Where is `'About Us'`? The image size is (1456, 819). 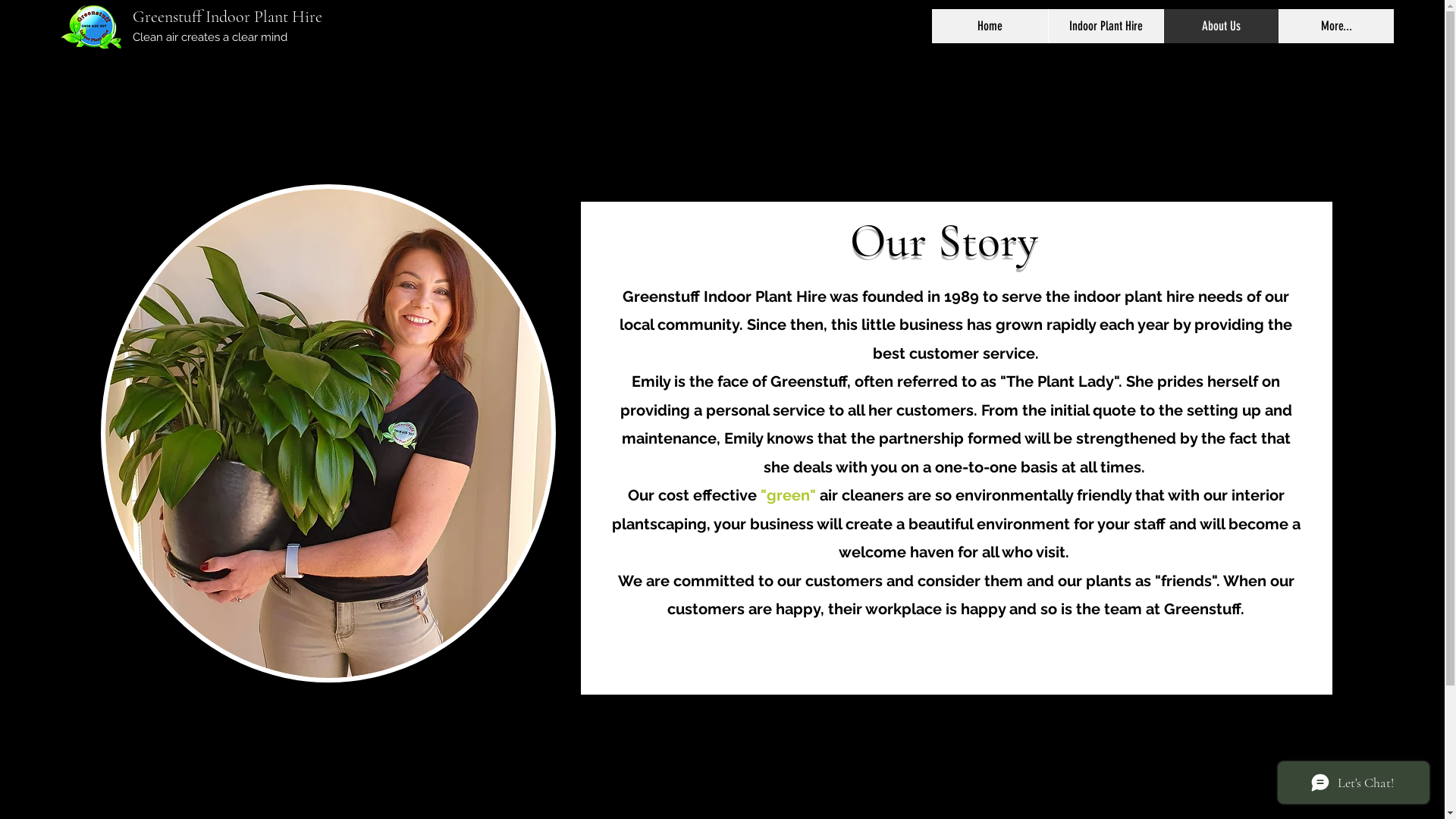 'About Us' is located at coordinates (1220, 26).